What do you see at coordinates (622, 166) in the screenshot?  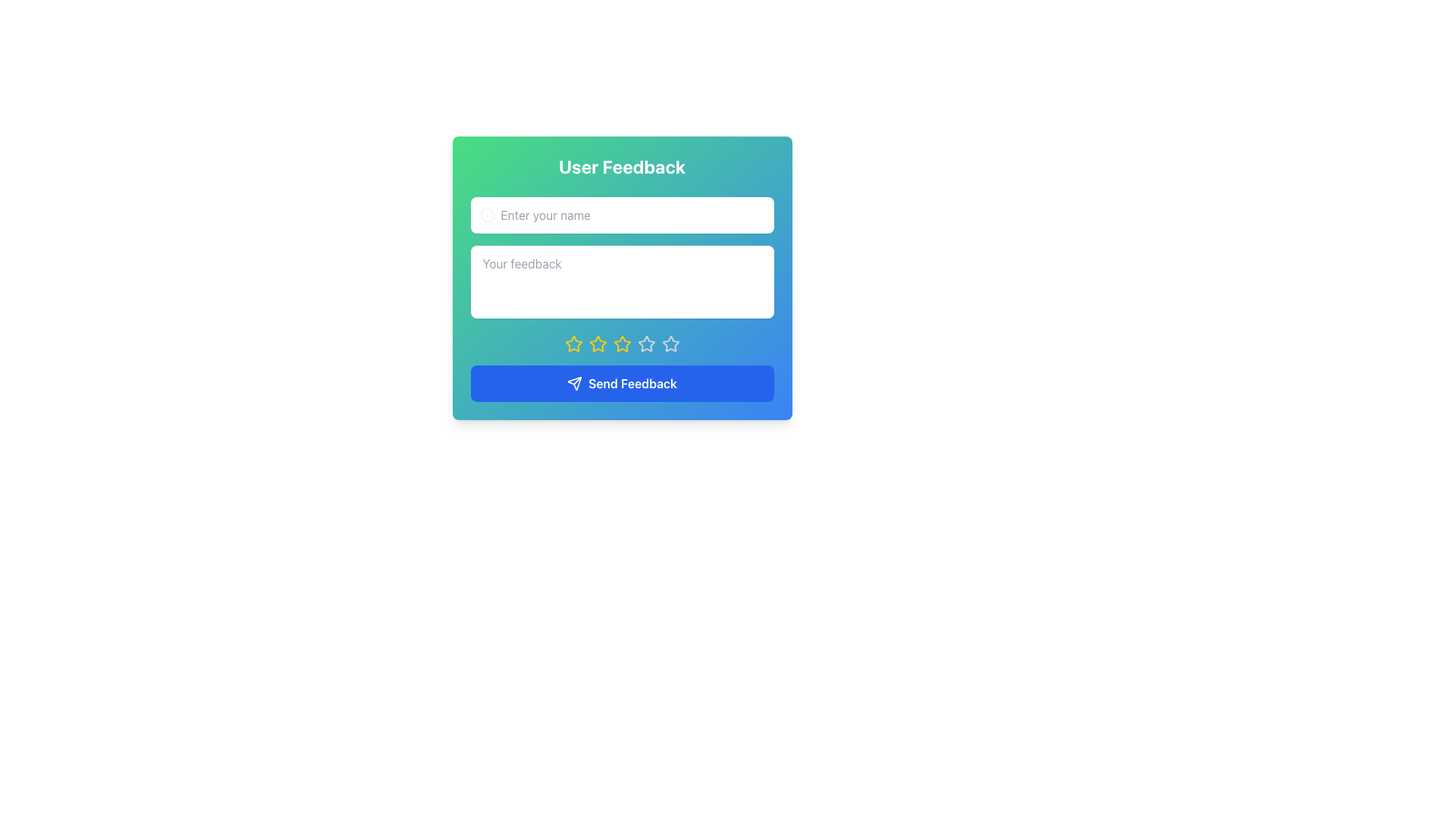 I see `the heading text element at the top of the colorful card that indicates the feedback submission interface` at bounding box center [622, 166].